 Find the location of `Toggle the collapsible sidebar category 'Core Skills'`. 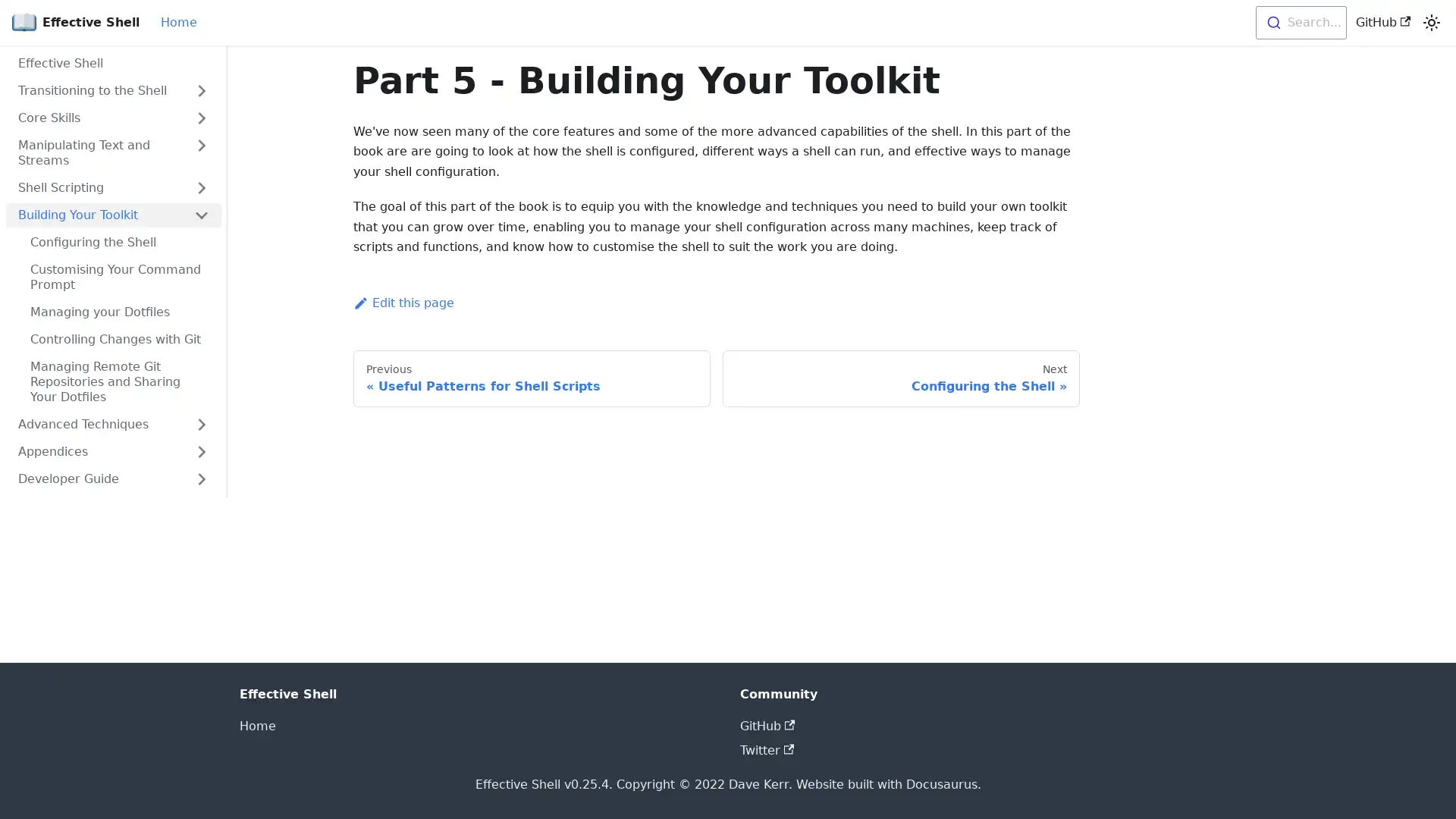

Toggle the collapsible sidebar category 'Core Skills' is located at coordinates (200, 117).